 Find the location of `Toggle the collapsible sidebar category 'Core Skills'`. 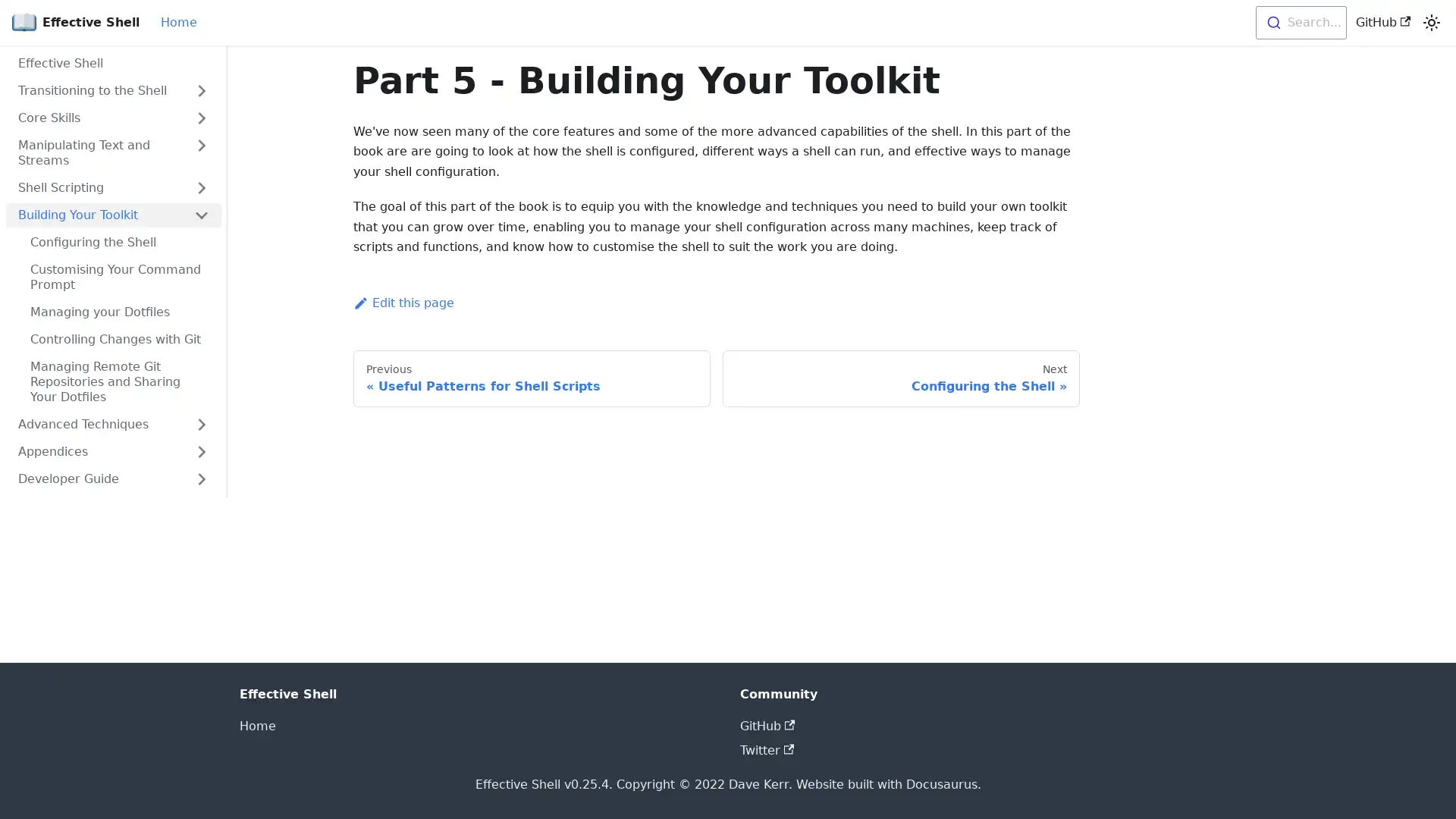

Toggle the collapsible sidebar category 'Core Skills' is located at coordinates (200, 117).